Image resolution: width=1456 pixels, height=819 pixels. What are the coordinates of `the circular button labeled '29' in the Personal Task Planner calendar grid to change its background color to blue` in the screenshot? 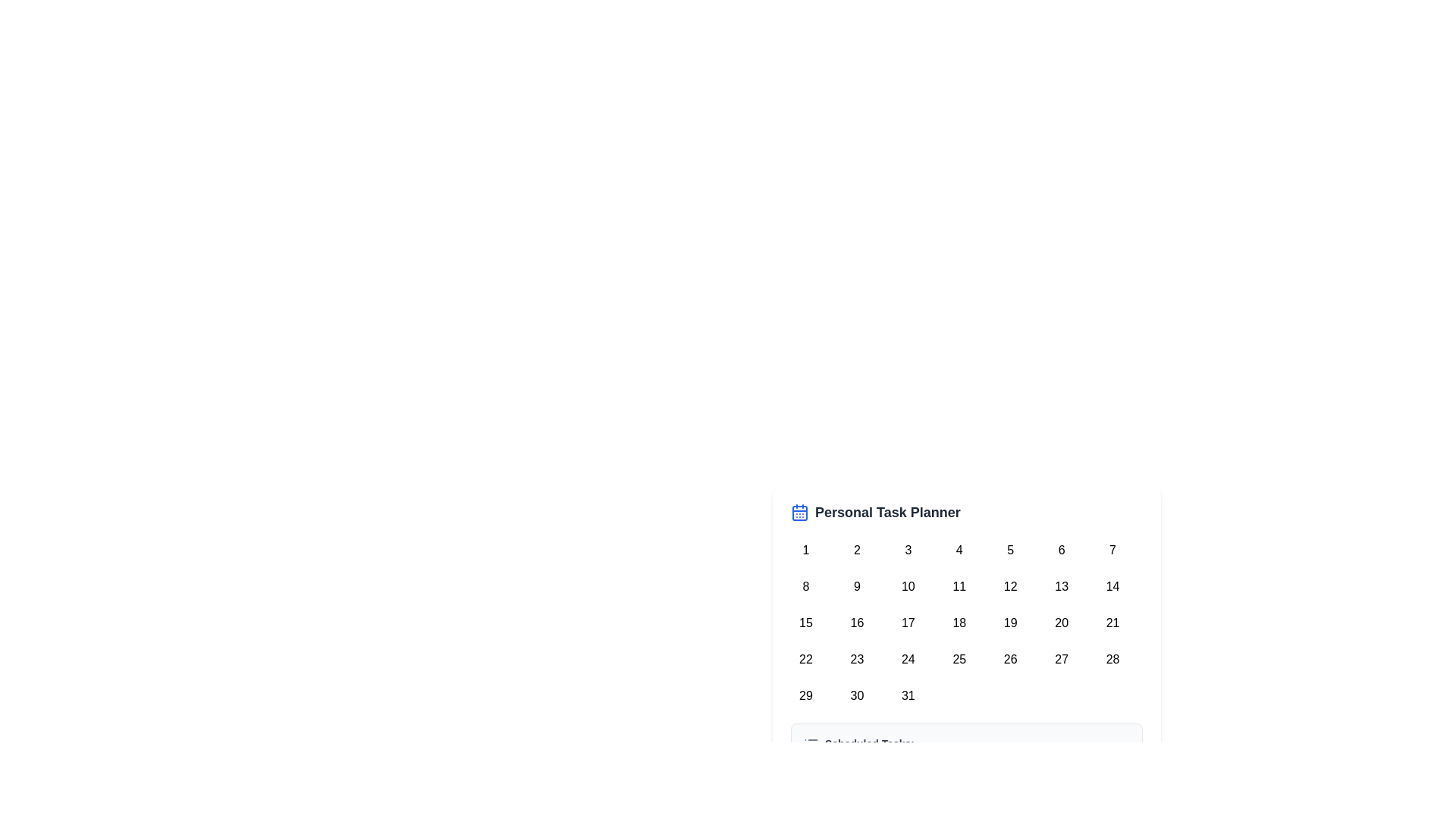 It's located at (805, 696).